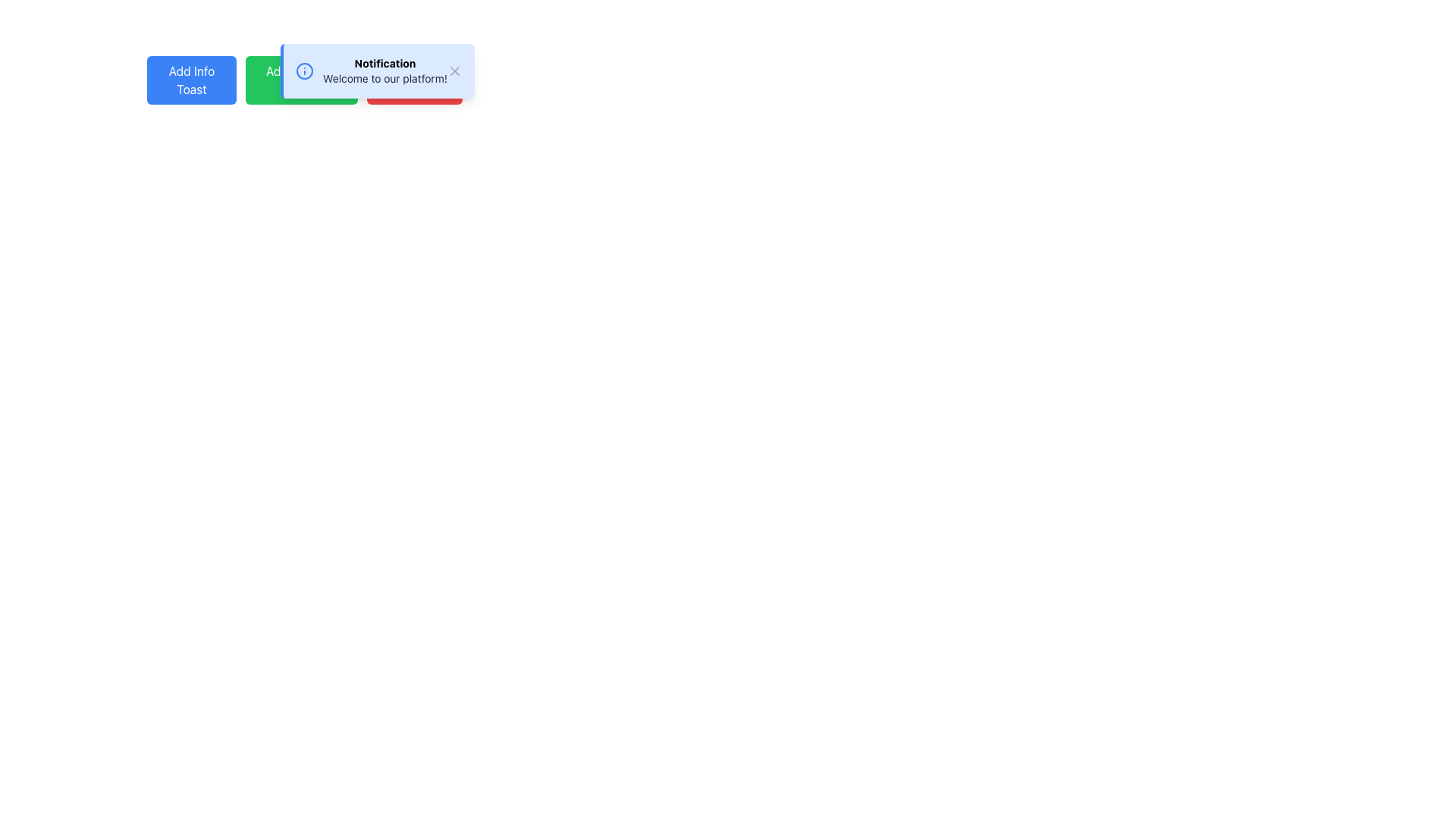 This screenshot has height=819, width=1456. What do you see at coordinates (453, 71) in the screenshot?
I see `the close button located in the top-right corner of the notification card` at bounding box center [453, 71].